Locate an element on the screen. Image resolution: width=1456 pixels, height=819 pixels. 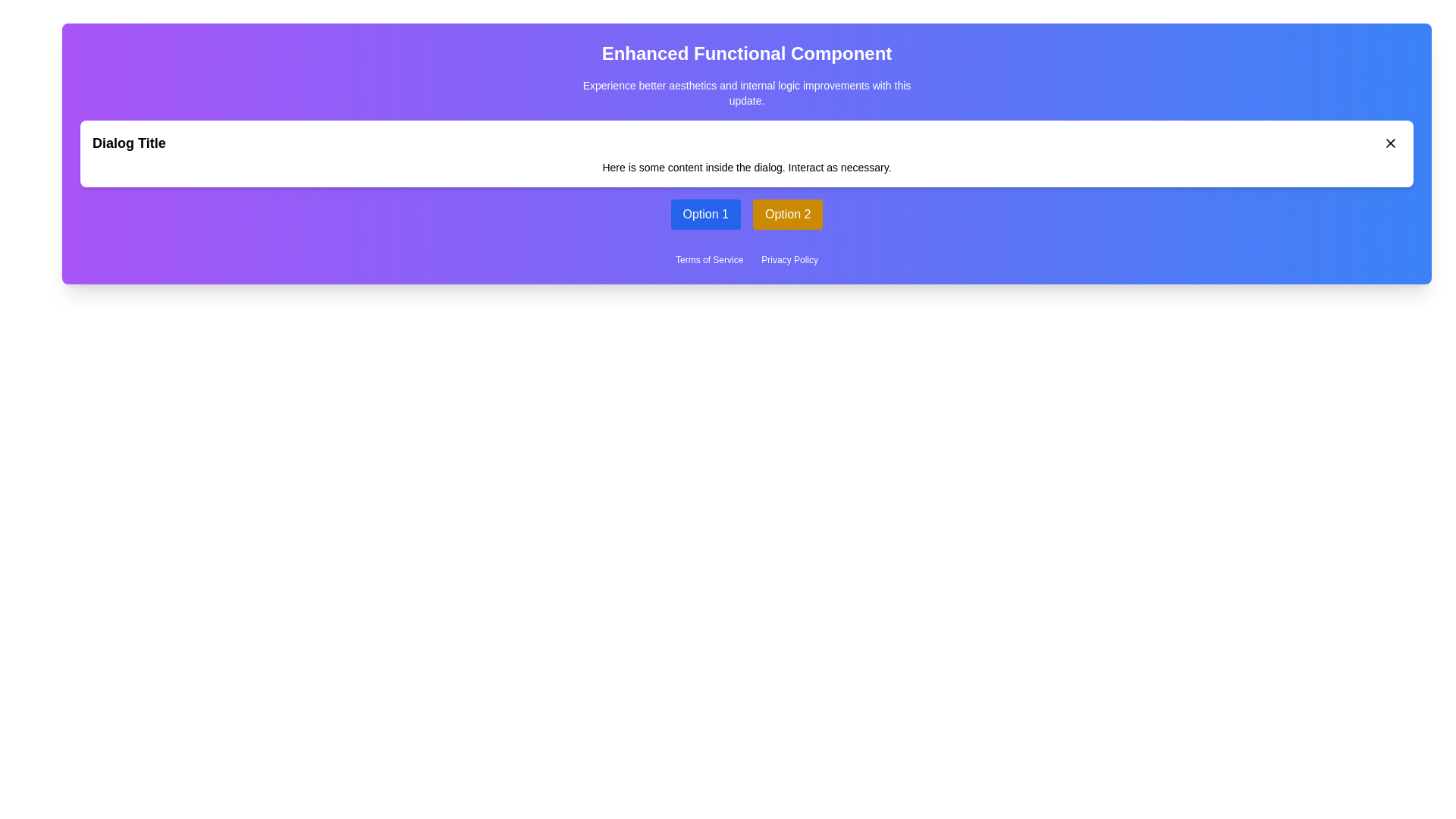
the 'Option 2' button, which is the second button in a horizontal pair located below a title and description in a dialog box, to observe a visual change is located at coordinates (788, 214).